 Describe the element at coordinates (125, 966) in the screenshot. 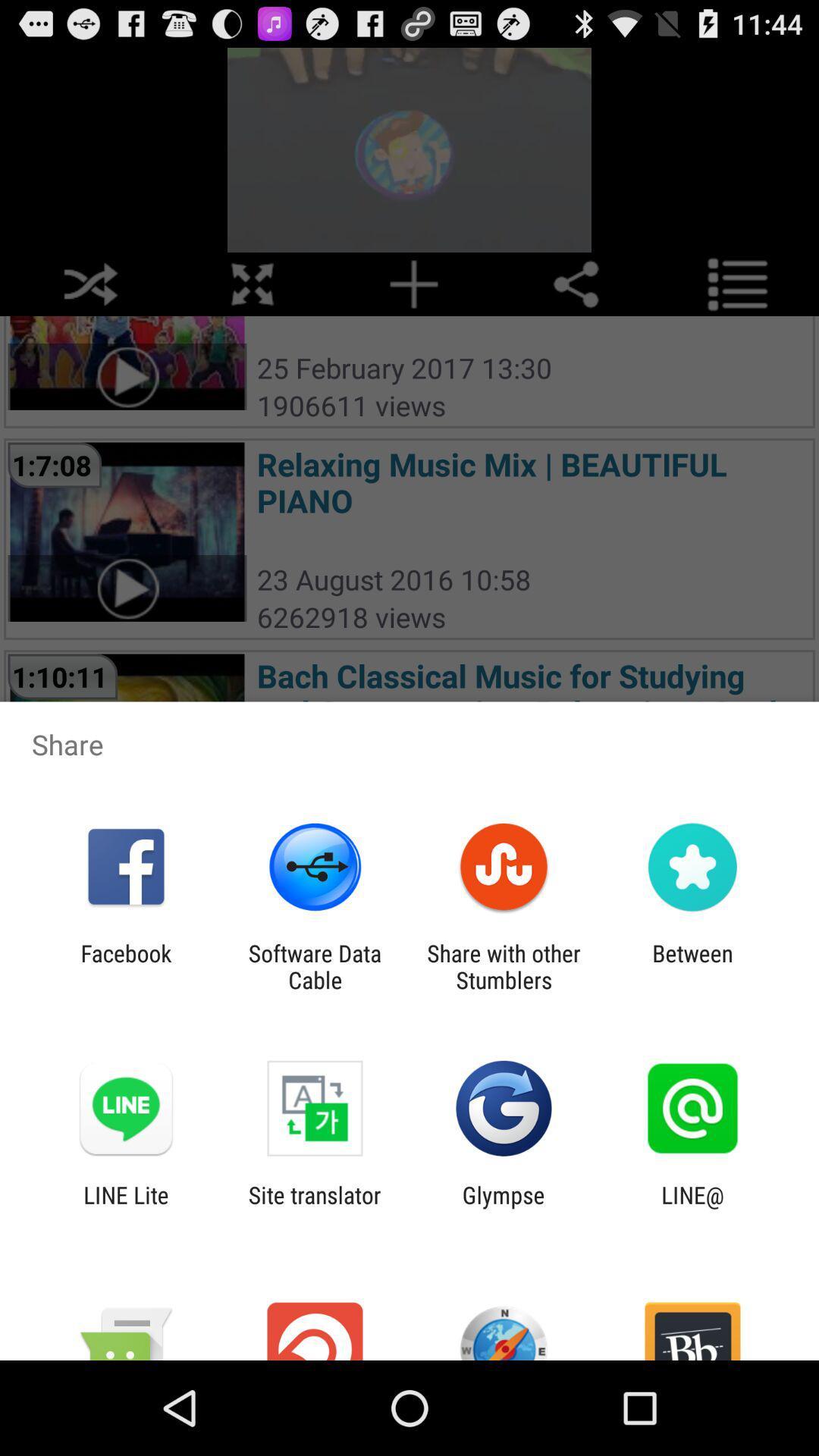

I see `the item next to software data cable` at that location.